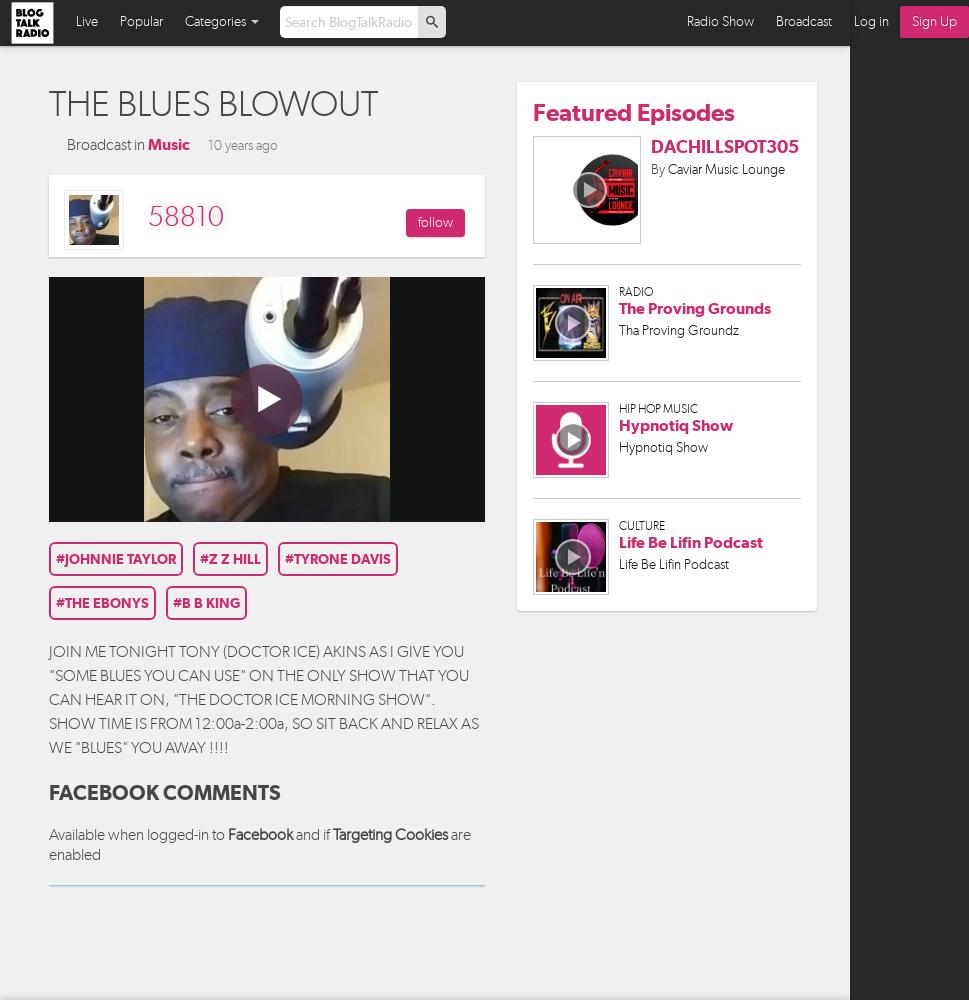  Describe the element at coordinates (852, 21) in the screenshot. I see `'Log in'` at that location.